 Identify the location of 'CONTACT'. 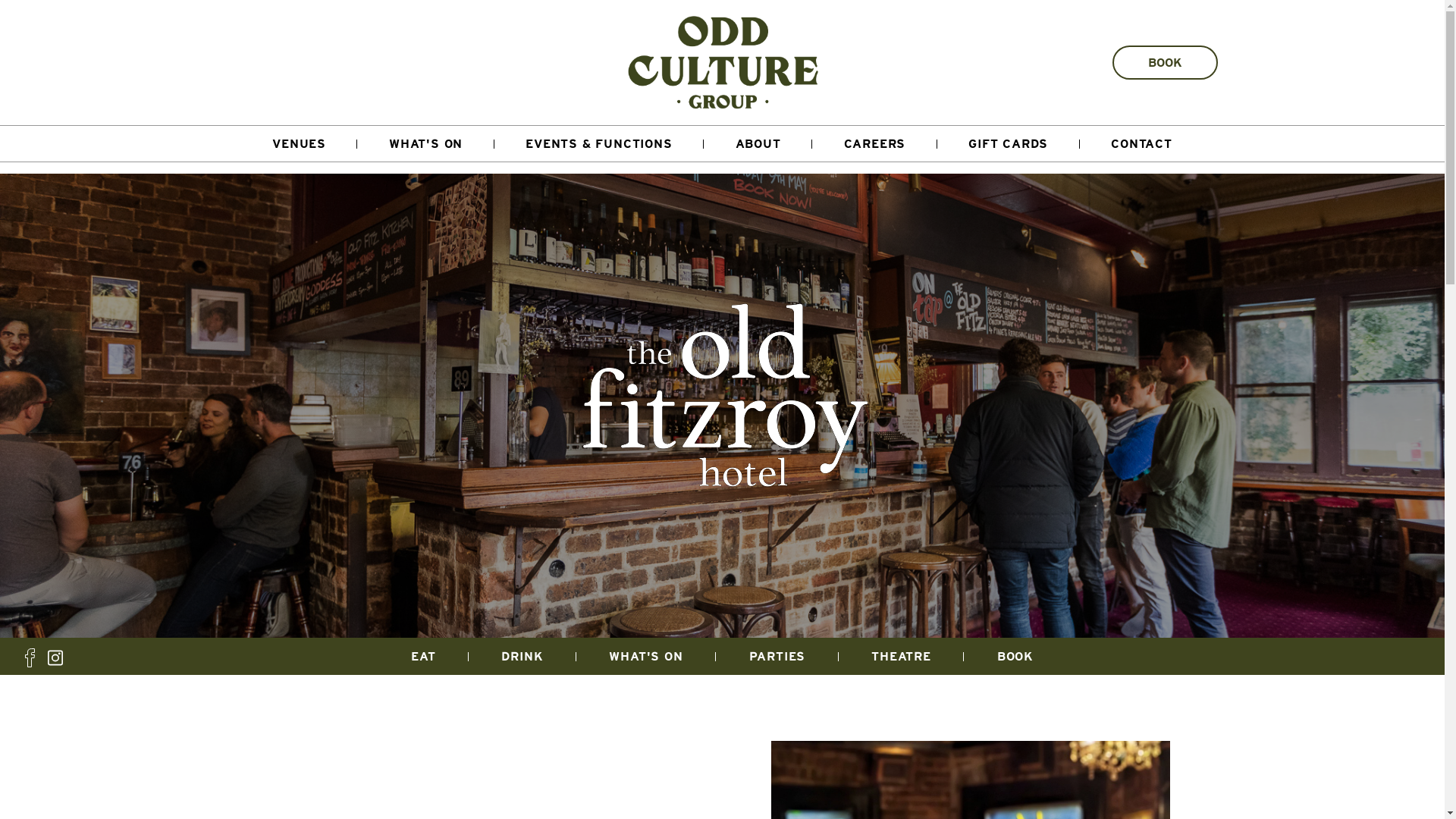
(1142, 143).